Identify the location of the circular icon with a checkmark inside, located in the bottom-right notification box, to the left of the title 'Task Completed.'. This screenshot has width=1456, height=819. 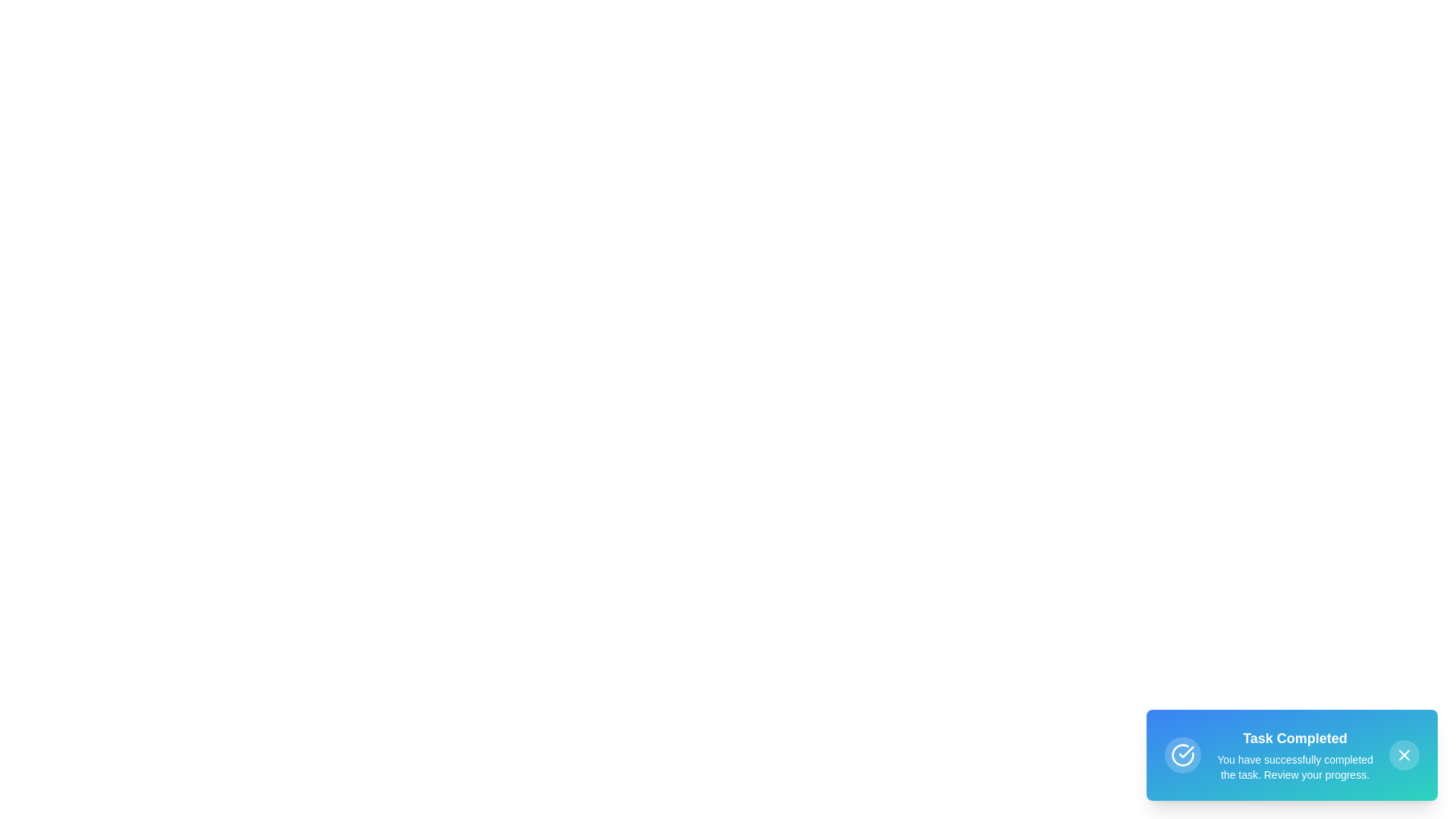
(1182, 755).